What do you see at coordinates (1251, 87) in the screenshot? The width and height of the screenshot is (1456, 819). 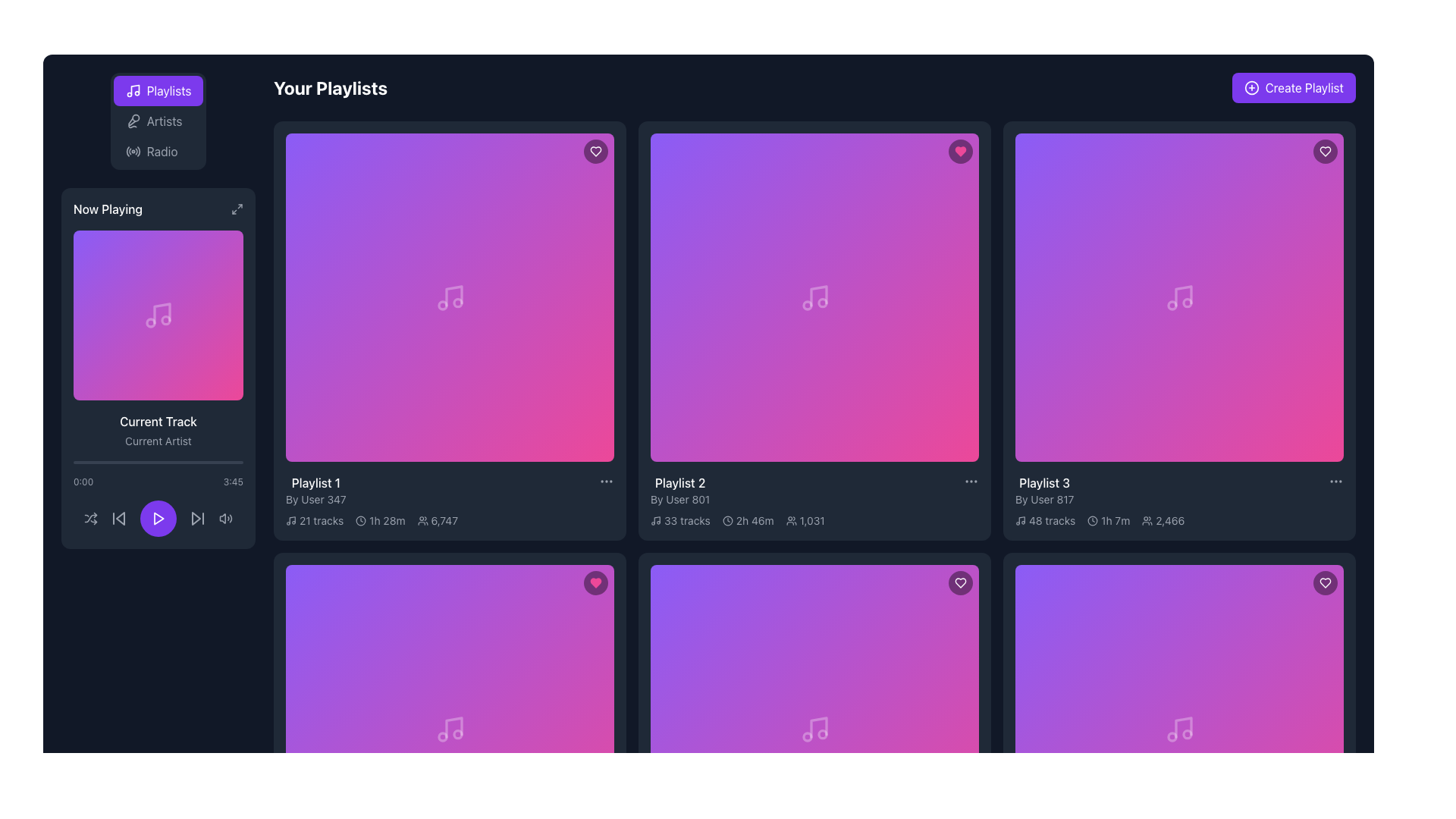 I see `the 'Create Playlist' button icon located in the top-right corner of the interface to signify the action of creating a new playlist` at bounding box center [1251, 87].